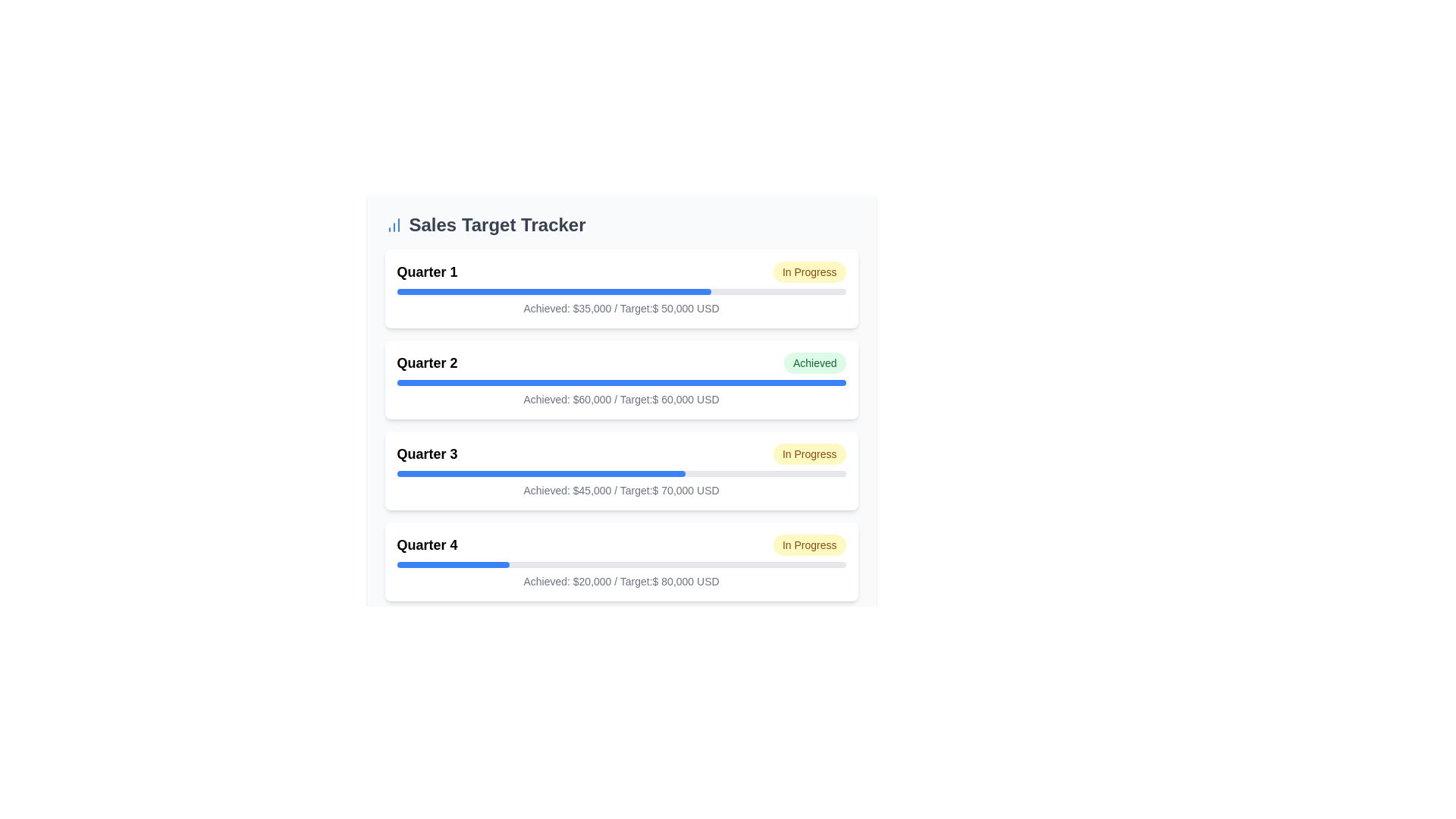 This screenshot has width=1456, height=819. Describe the element at coordinates (808, 271) in the screenshot. I see `the non-interactive status label indicating the status of the task for 'Quarter 1', which is located to the right of the 'Quarter 1' section and aligned with a blue progress bar` at that location.